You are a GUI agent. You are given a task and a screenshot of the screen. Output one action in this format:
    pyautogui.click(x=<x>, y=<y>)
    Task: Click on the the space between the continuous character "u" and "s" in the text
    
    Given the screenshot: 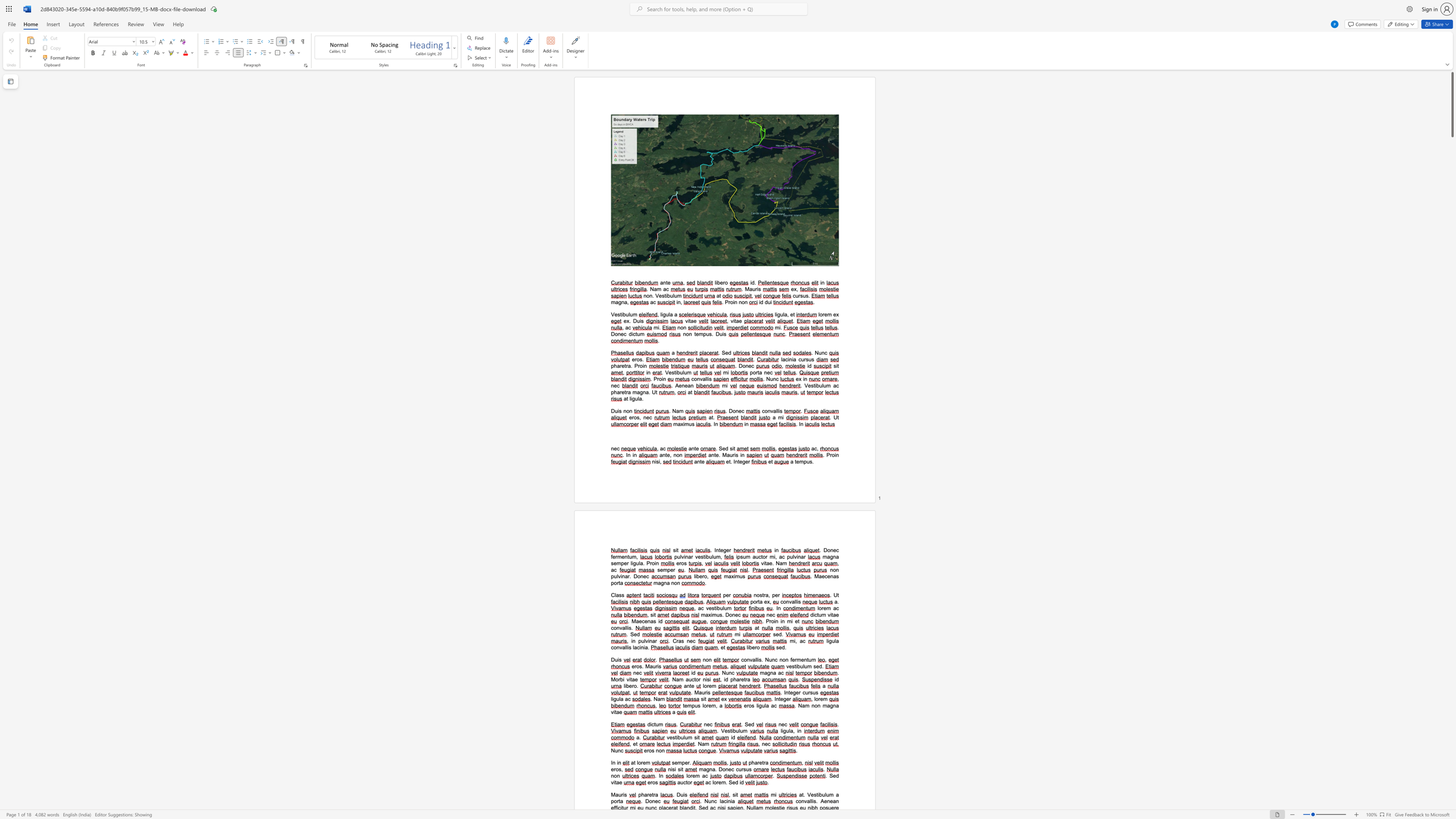 What is the action you would take?
    pyautogui.click(x=708, y=333)
    